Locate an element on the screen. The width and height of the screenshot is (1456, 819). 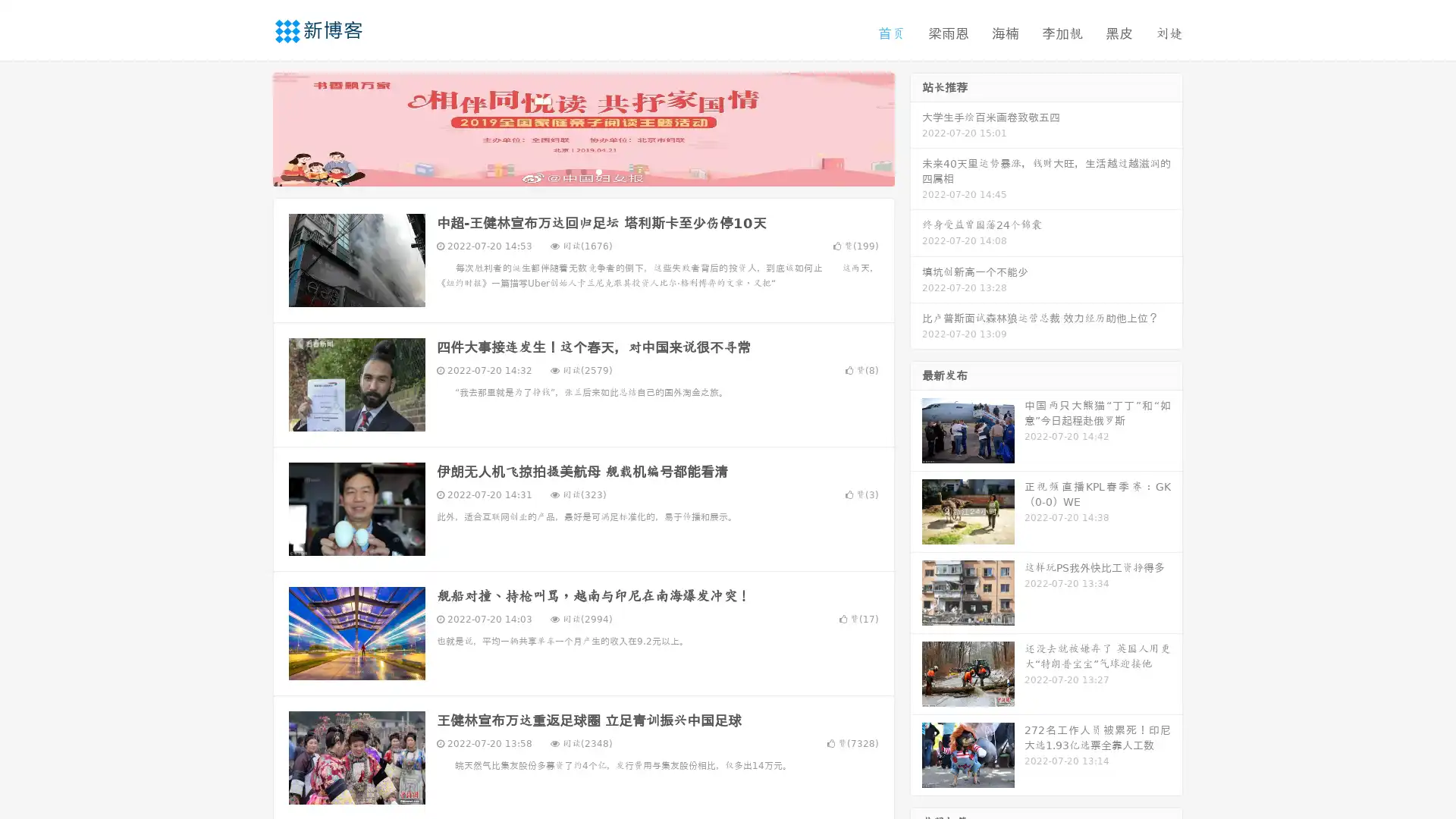
Next slide is located at coordinates (916, 127).